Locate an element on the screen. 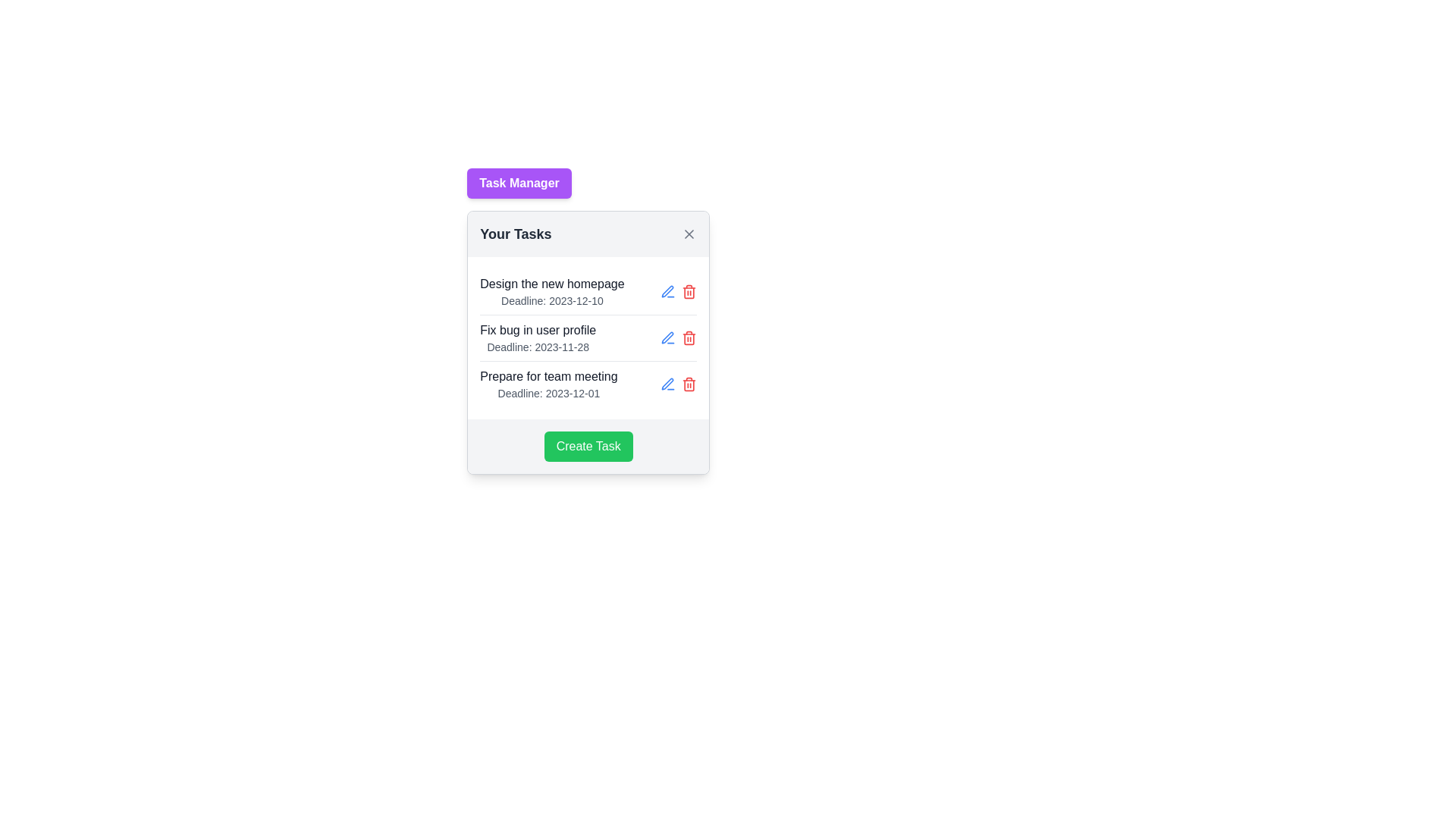 Image resolution: width=1456 pixels, height=819 pixels. the title text of the second task entry in the 'Your Tasks' section, located above the 'Deadline: 2023-11-28' text is located at coordinates (538, 329).